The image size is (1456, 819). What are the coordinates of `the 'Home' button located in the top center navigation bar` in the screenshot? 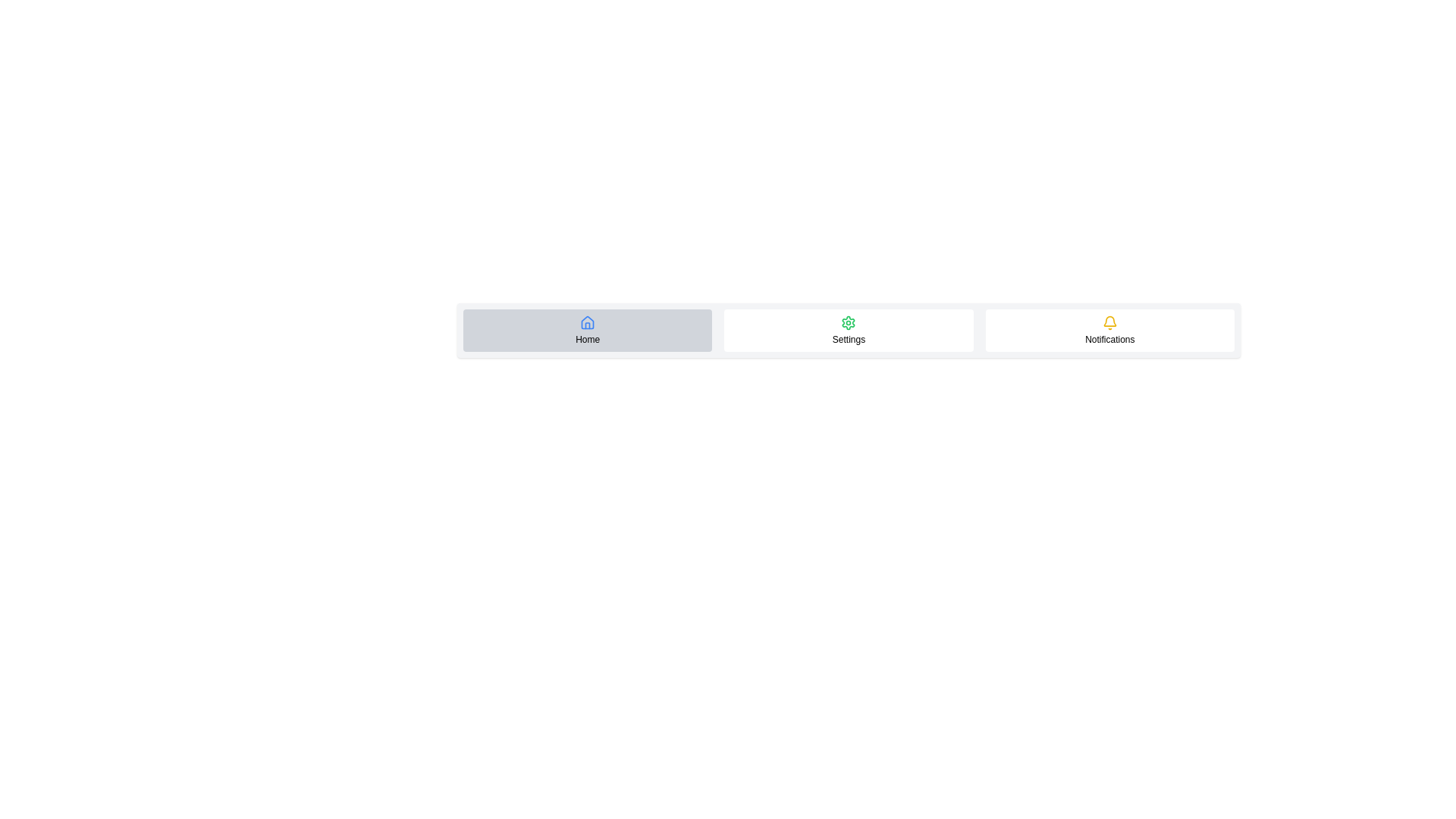 It's located at (587, 329).